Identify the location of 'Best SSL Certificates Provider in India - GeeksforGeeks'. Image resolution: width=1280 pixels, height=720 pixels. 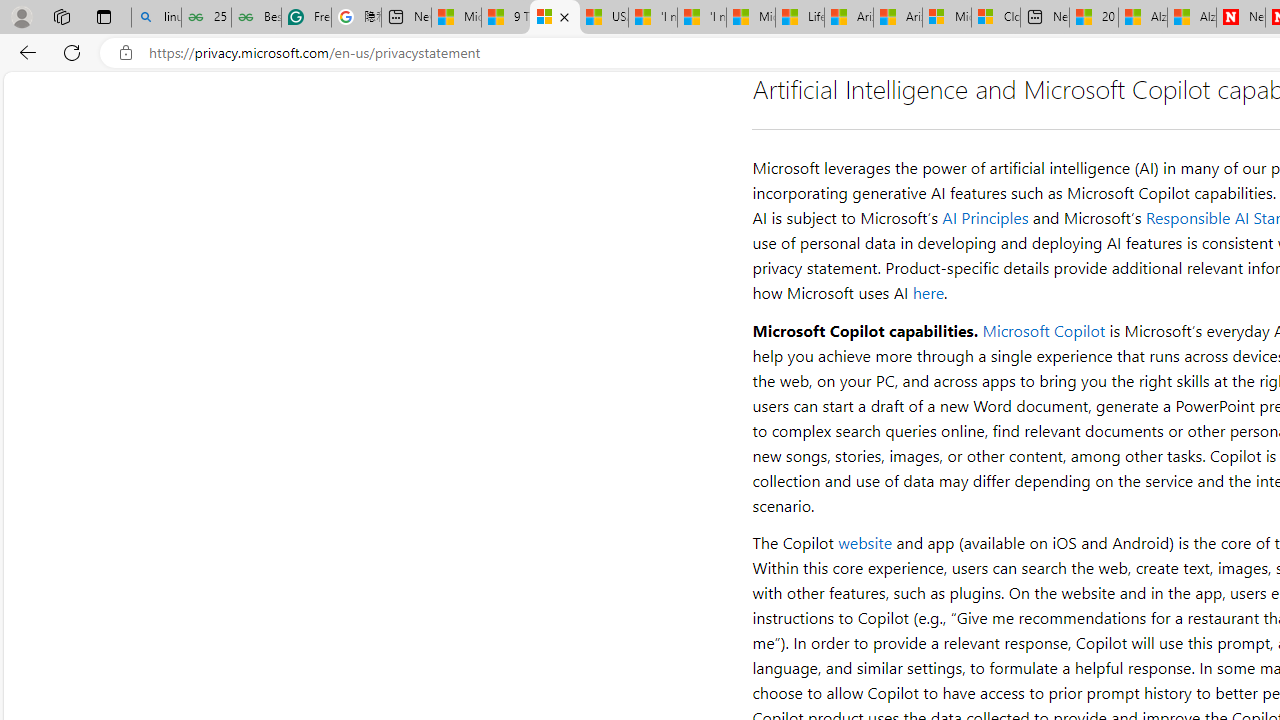
(255, 17).